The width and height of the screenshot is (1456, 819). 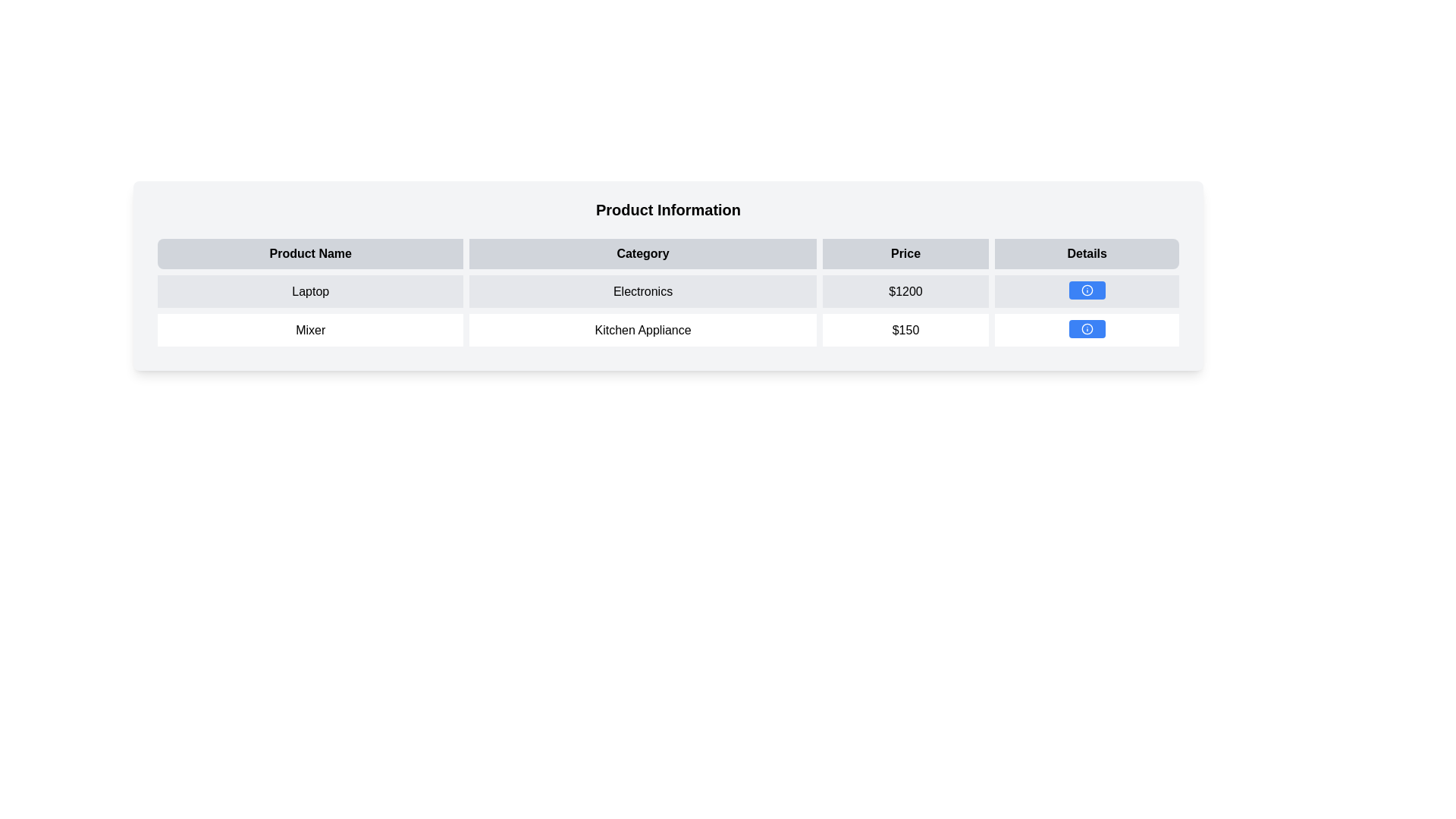 I want to click on the circular blue 'i' information icon located inside the button in the first row of the details column in the table, so click(x=1086, y=290).